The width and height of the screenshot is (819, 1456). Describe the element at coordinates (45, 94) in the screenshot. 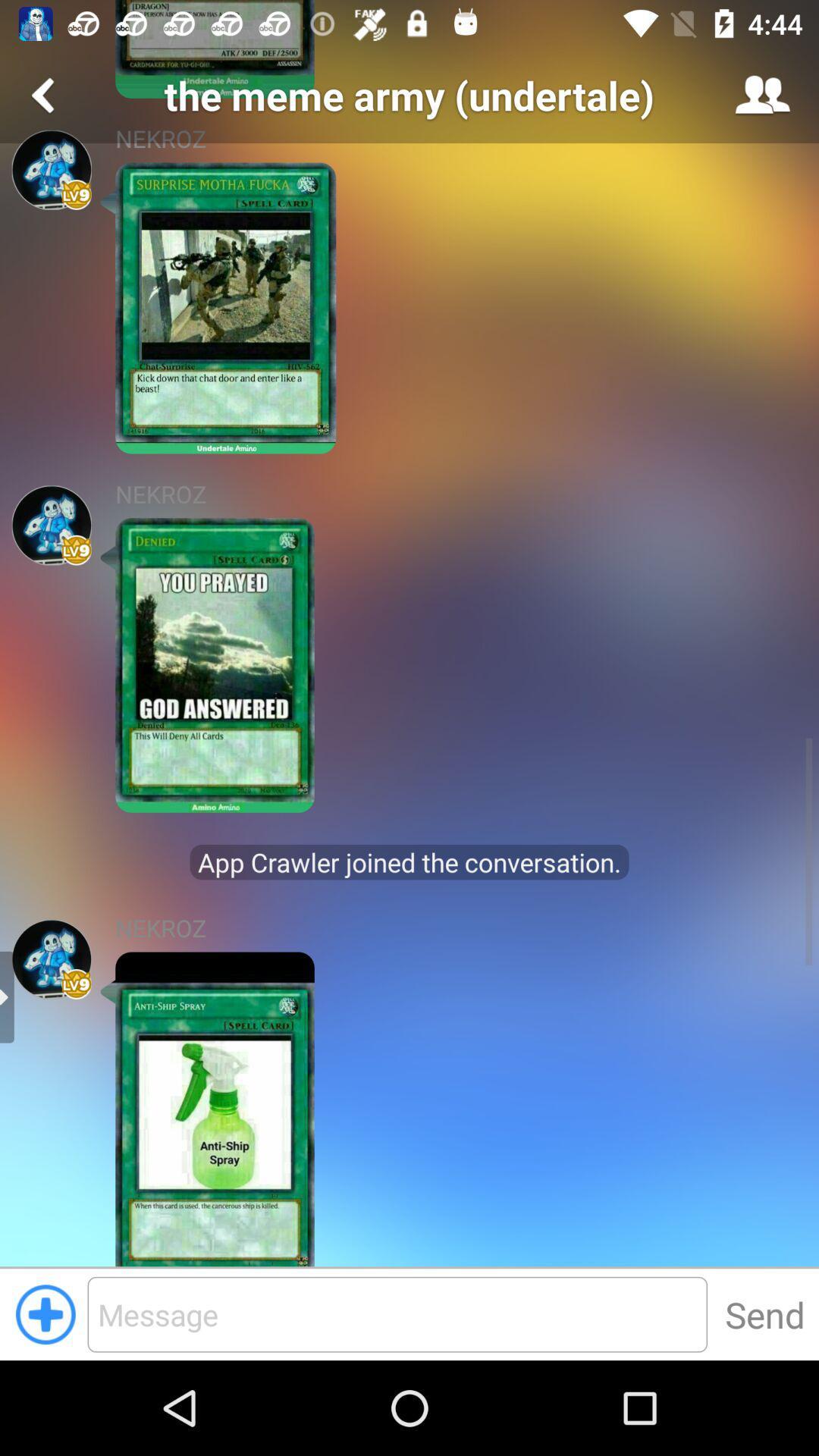

I see `go back` at that location.